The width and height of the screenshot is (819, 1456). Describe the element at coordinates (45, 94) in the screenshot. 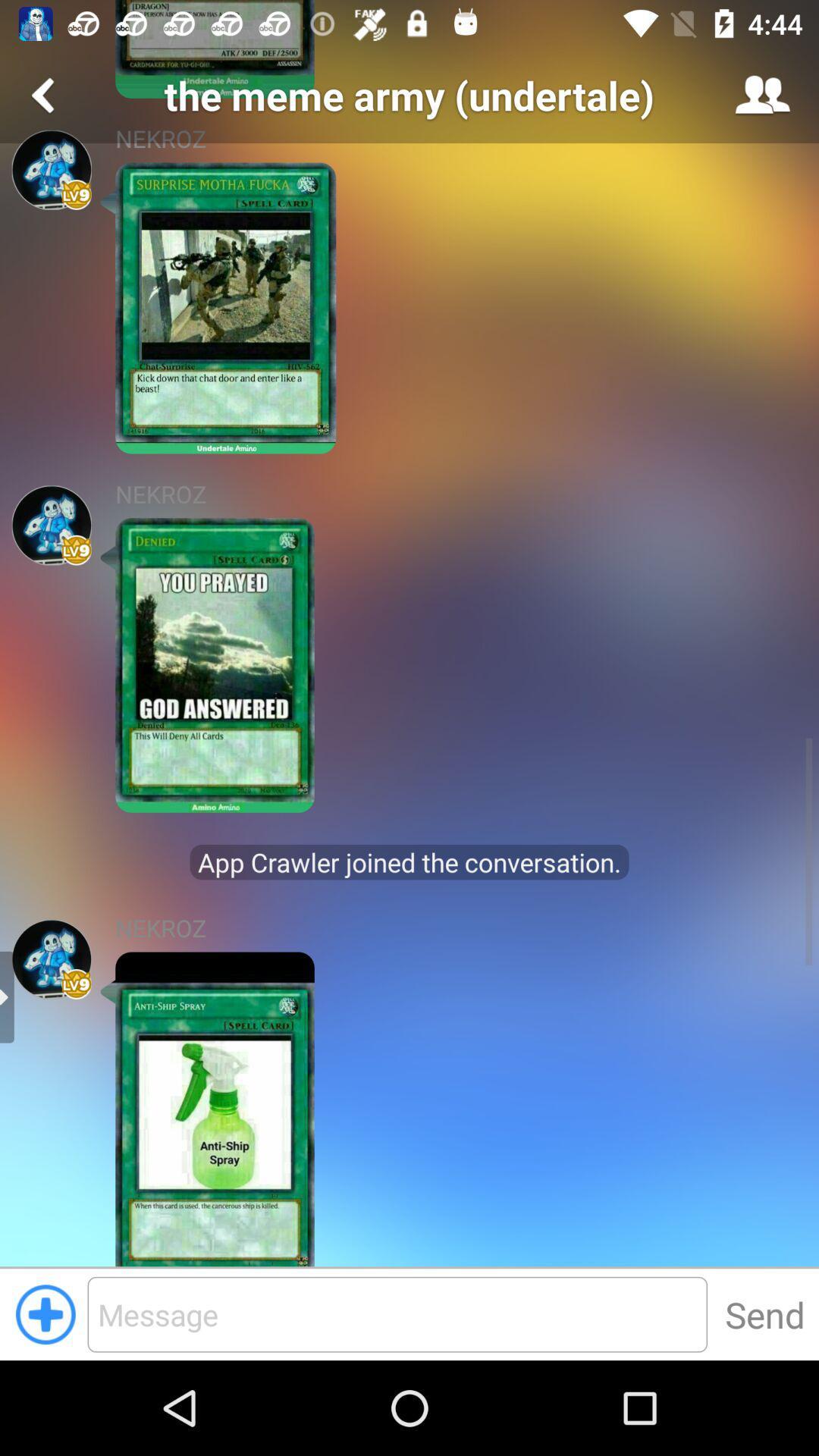

I see `go back` at that location.